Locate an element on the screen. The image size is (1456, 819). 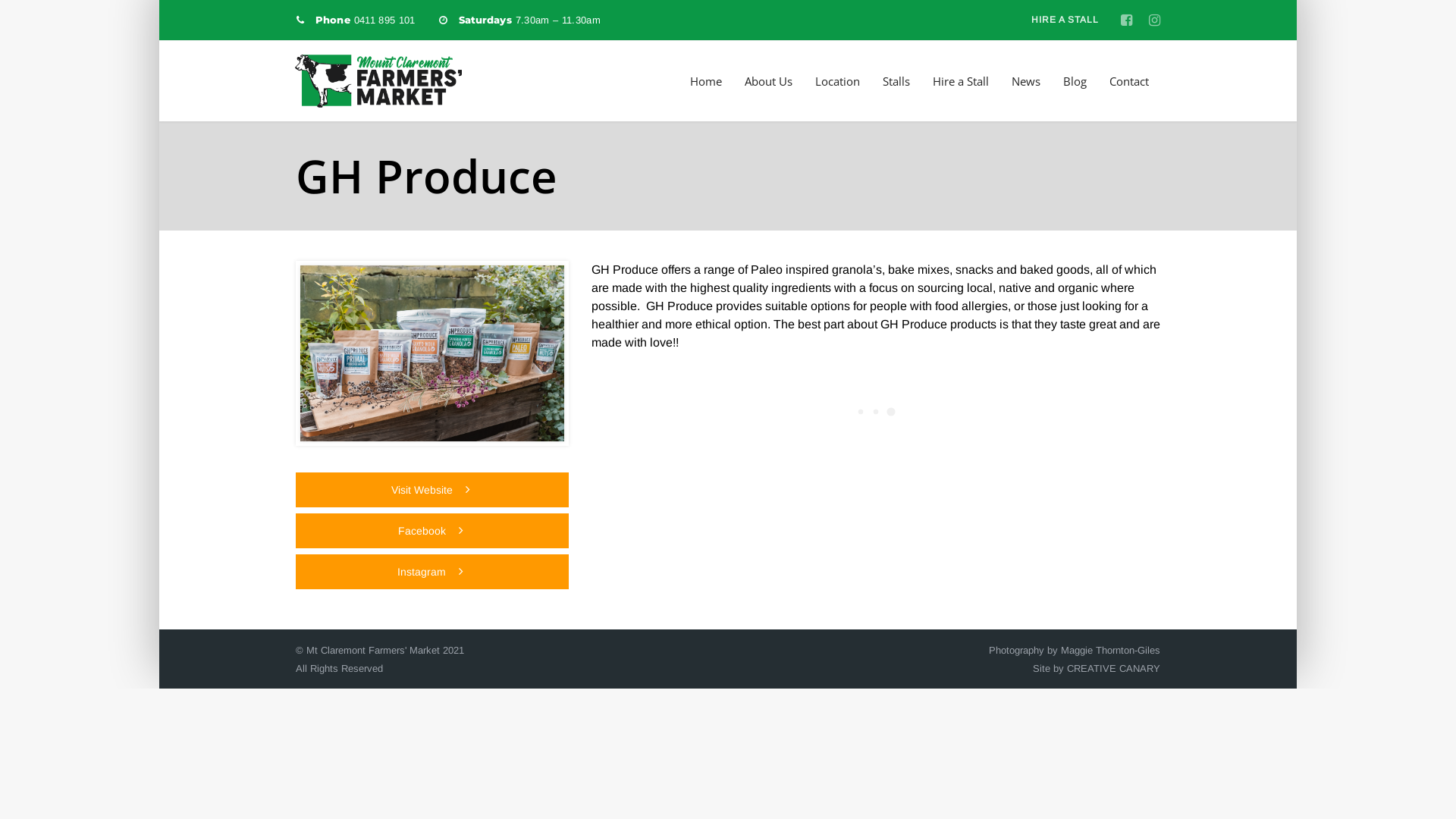
'News' is located at coordinates (1012, 81).